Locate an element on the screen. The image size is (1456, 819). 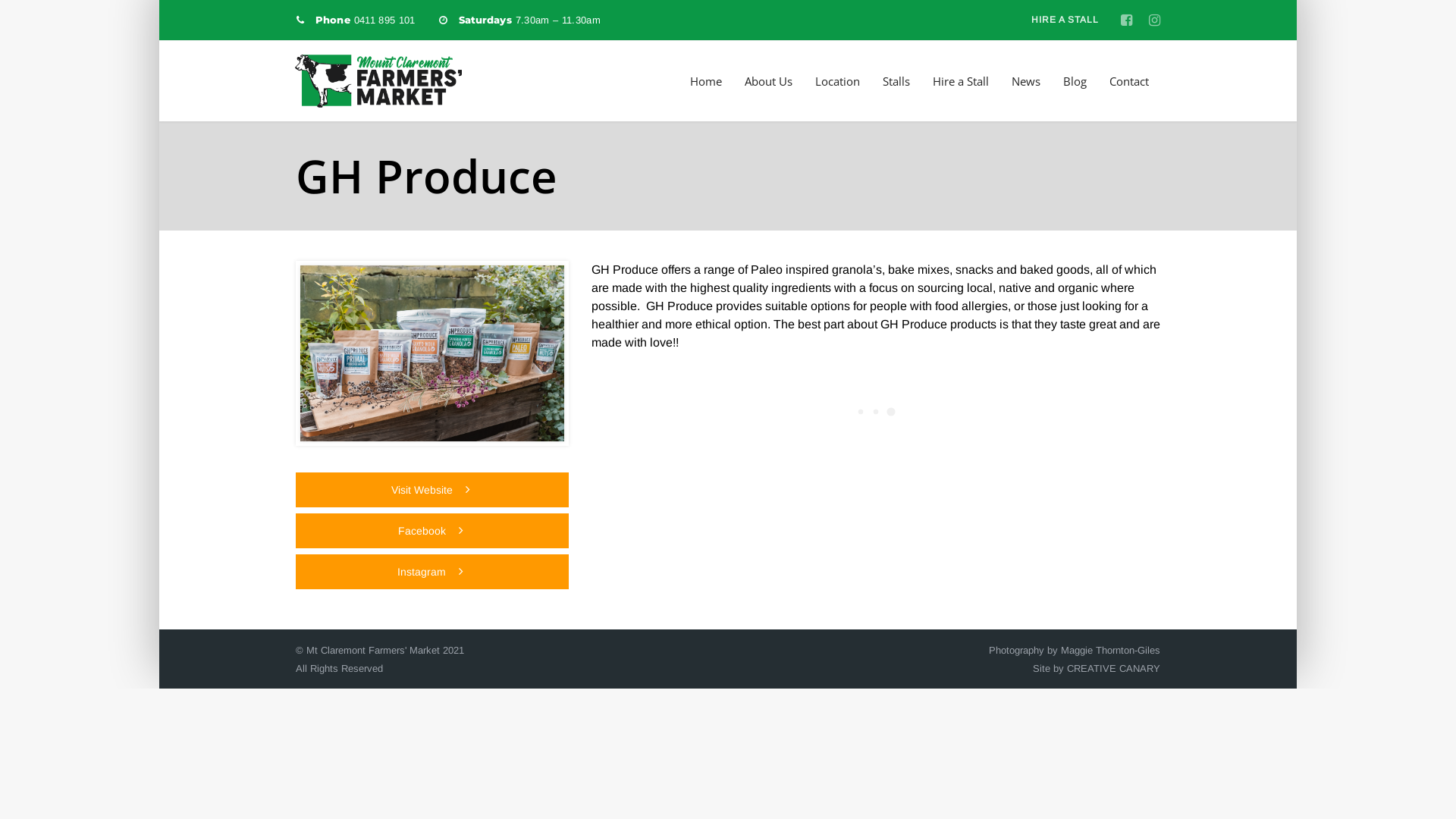
'News' is located at coordinates (1012, 81).